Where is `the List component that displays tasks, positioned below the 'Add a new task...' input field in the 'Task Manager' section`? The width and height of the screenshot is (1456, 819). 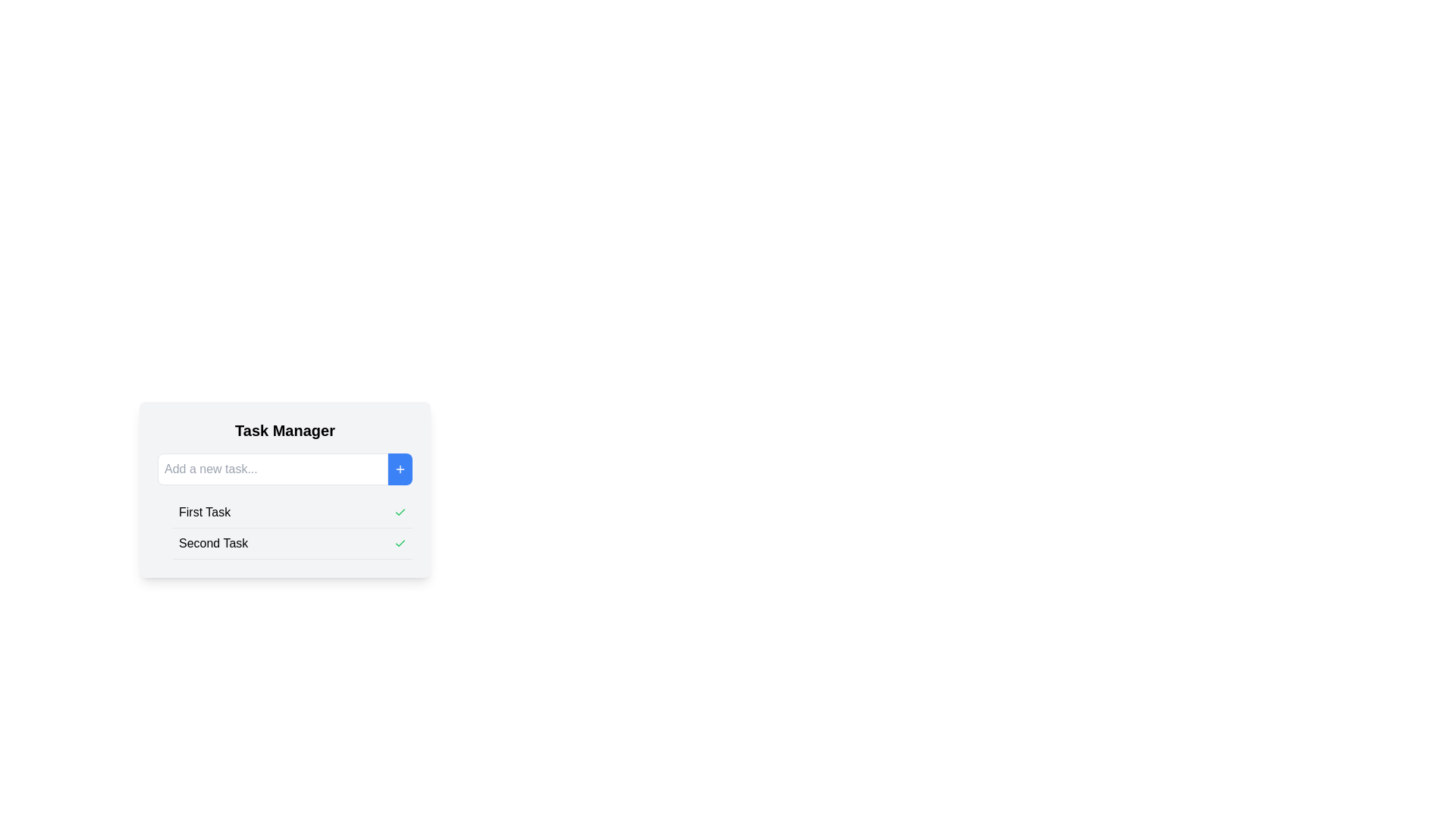
the List component that displays tasks, positioned below the 'Add a new task...' input field in the 'Task Manager' section is located at coordinates (284, 528).